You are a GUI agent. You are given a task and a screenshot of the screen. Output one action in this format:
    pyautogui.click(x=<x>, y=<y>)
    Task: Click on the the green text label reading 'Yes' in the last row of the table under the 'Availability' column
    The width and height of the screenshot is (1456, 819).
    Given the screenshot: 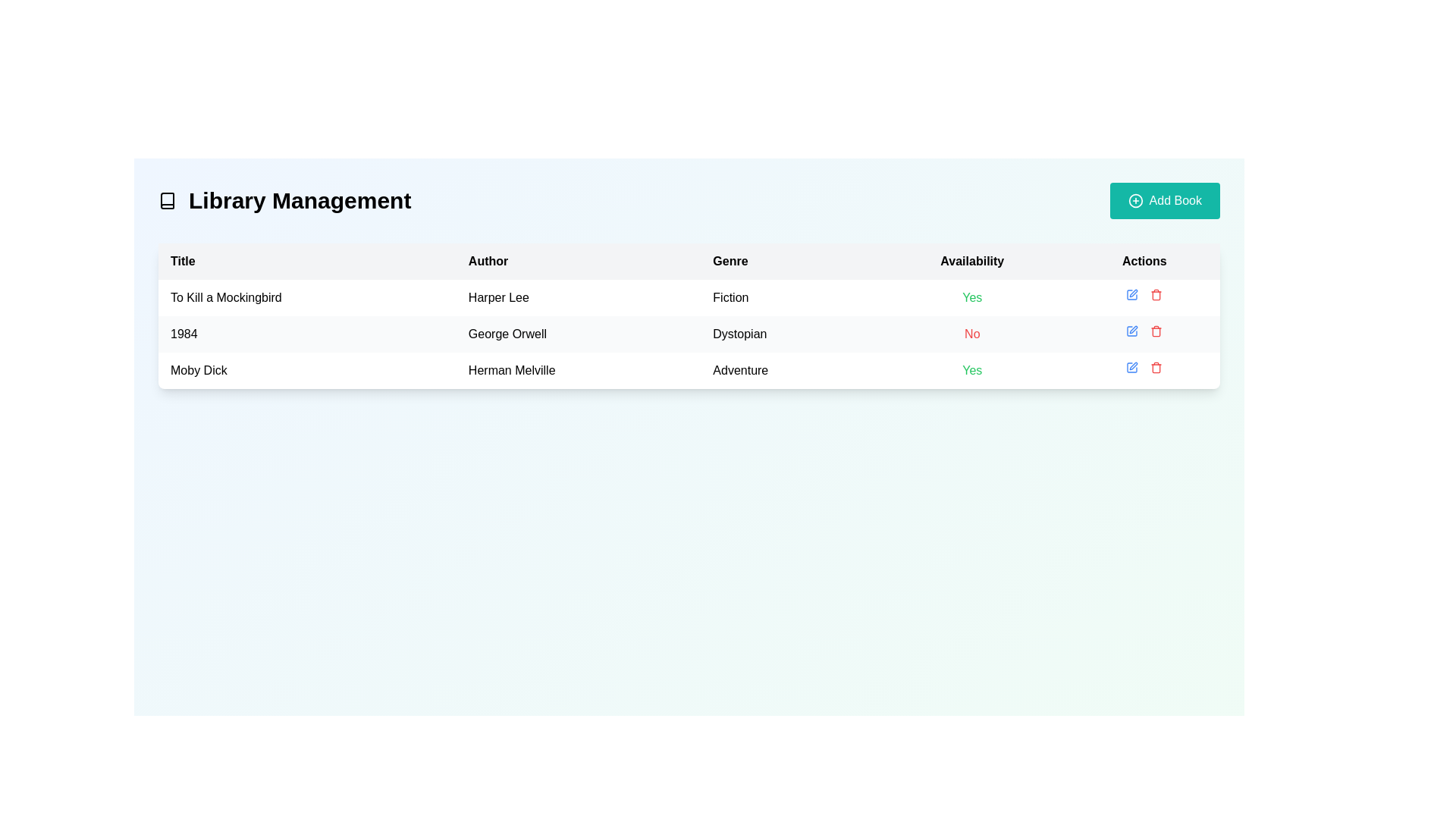 What is the action you would take?
    pyautogui.click(x=972, y=297)
    